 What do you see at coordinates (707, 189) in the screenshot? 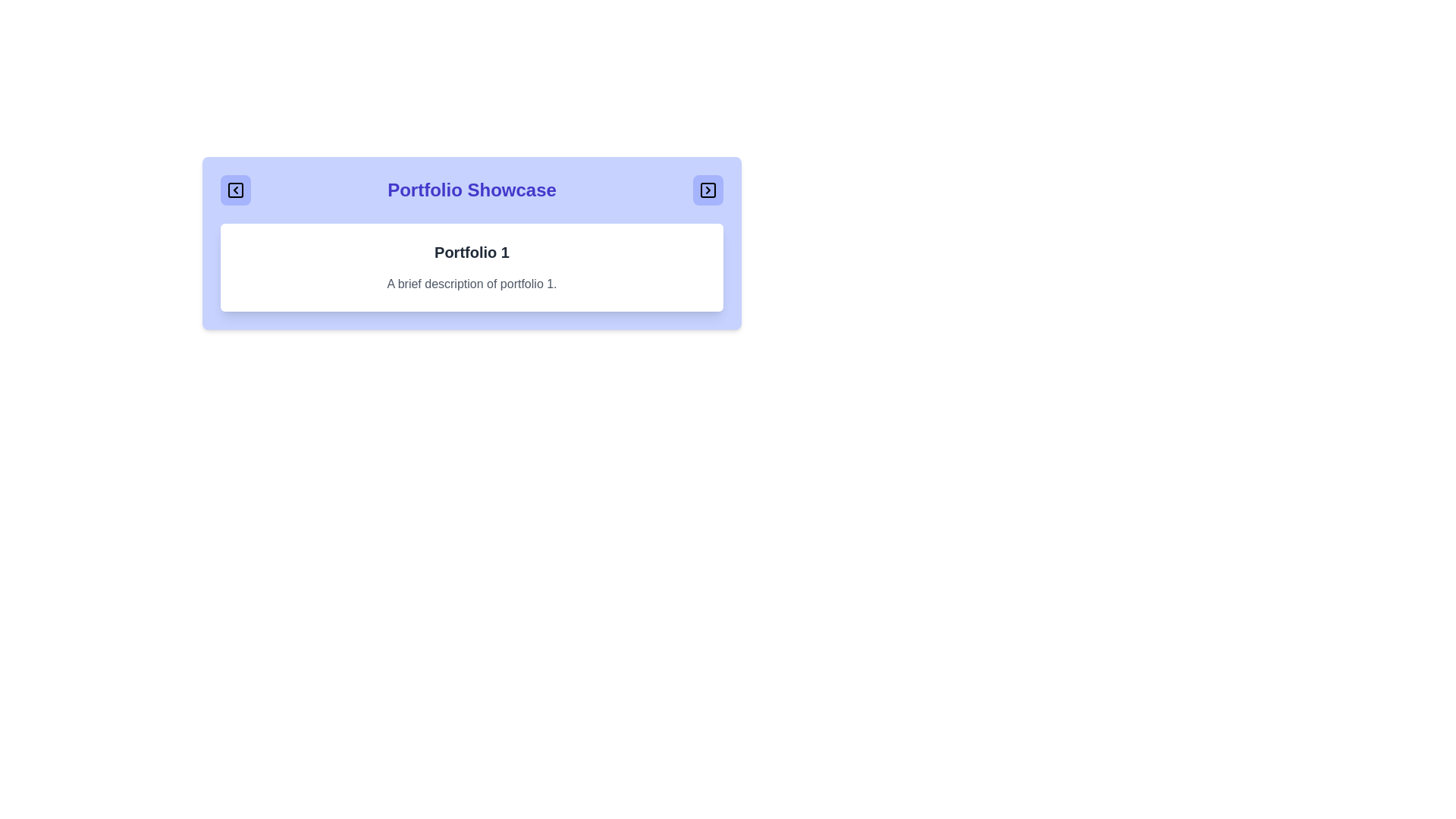
I see `the icon within the navigation button located in the top-right corner of the 'Portfolio Showcase' card` at bounding box center [707, 189].